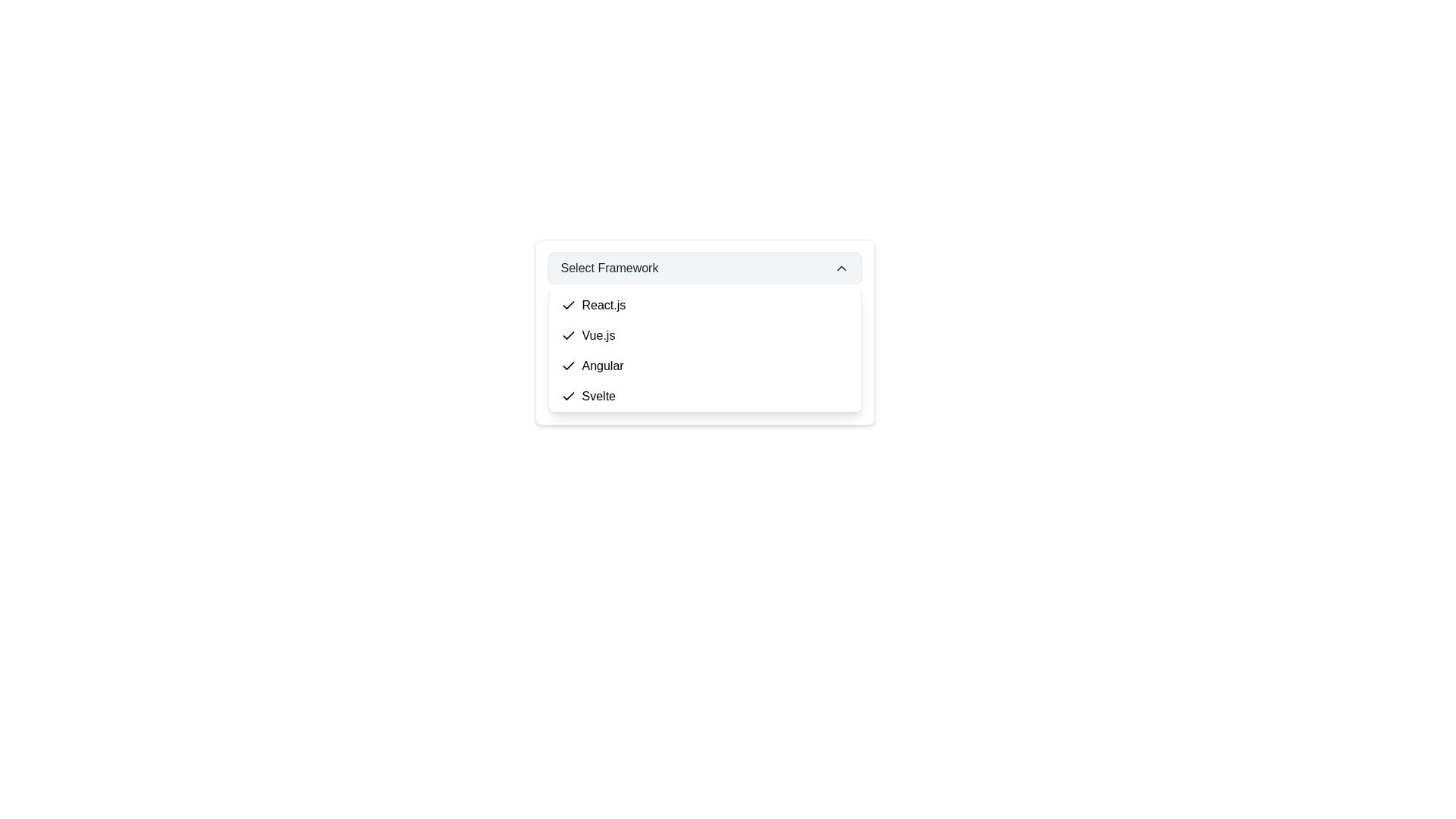  Describe the element at coordinates (602, 366) in the screenshot. I see `the 'Angular' dropdown list item, which is the third item in the dropdown menu under 'Select Framework', located next to a checkmark icon` at that location.